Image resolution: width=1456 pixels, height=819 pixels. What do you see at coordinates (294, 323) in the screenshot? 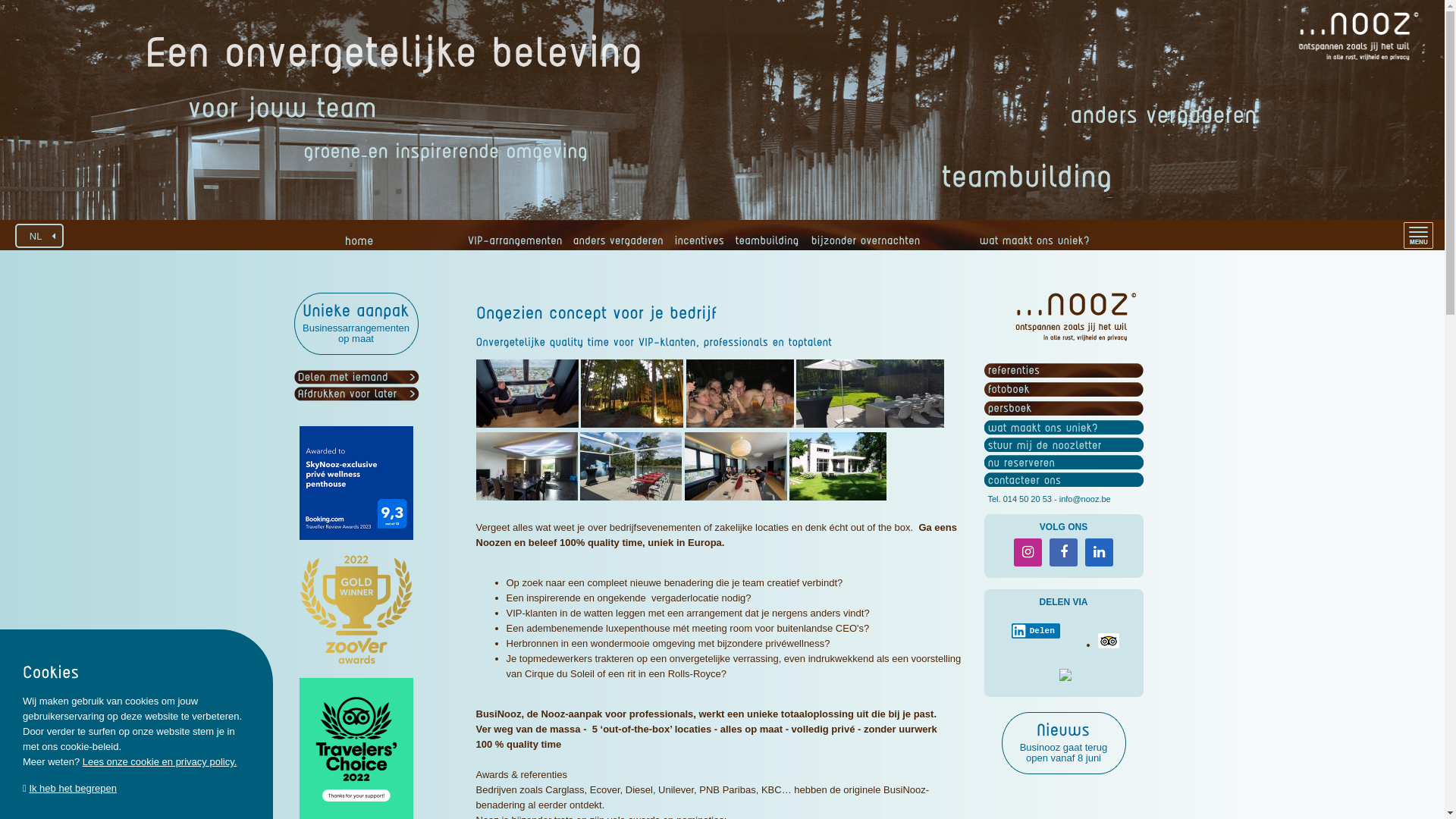
I see `'Unieke aanpak` at bounding box center [294, 323].